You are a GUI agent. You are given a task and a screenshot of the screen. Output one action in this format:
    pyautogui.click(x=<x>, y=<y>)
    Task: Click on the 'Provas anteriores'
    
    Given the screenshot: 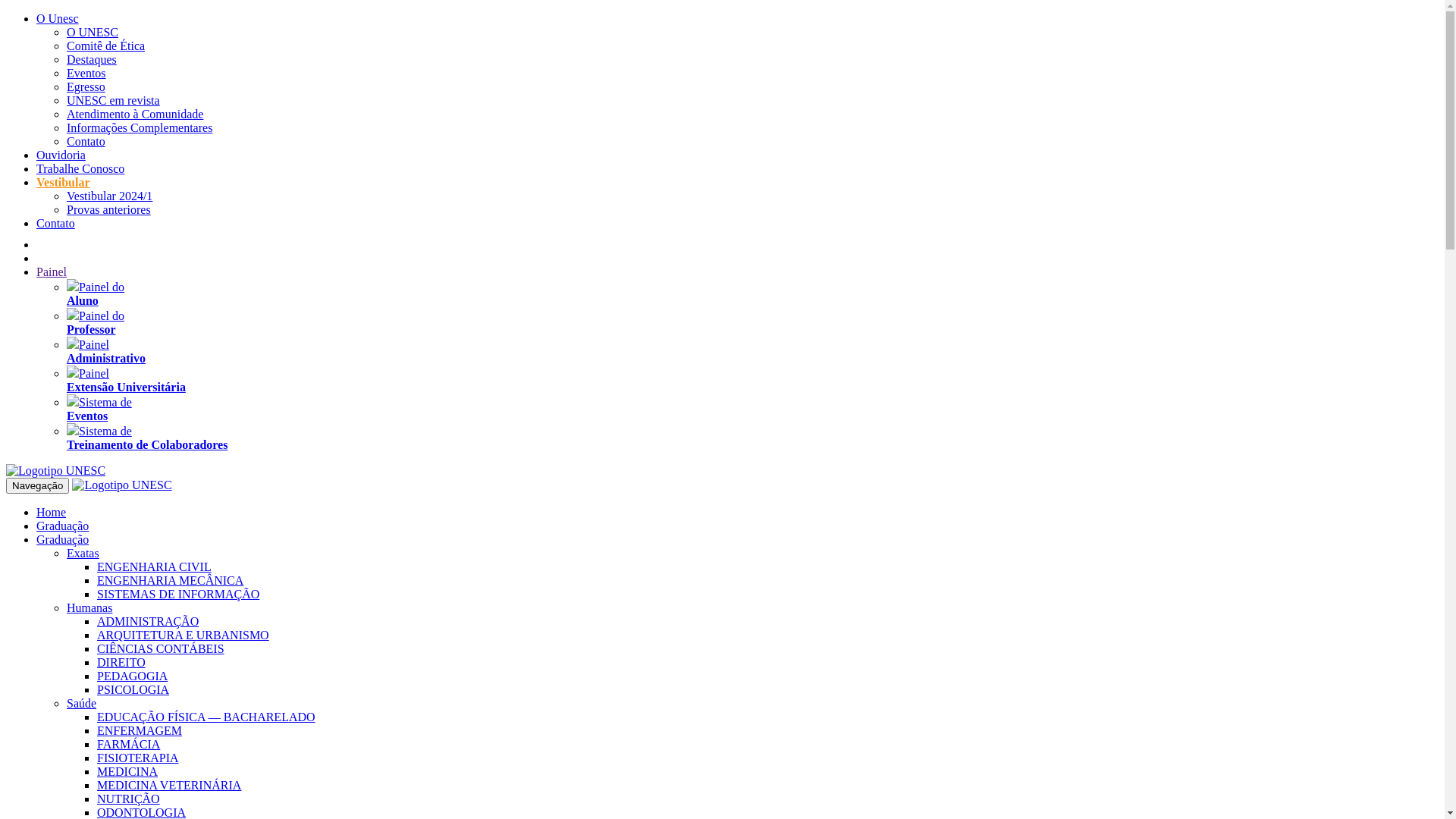 What is the action you would take?
    pyautogui.click(x=108, y=209)
    